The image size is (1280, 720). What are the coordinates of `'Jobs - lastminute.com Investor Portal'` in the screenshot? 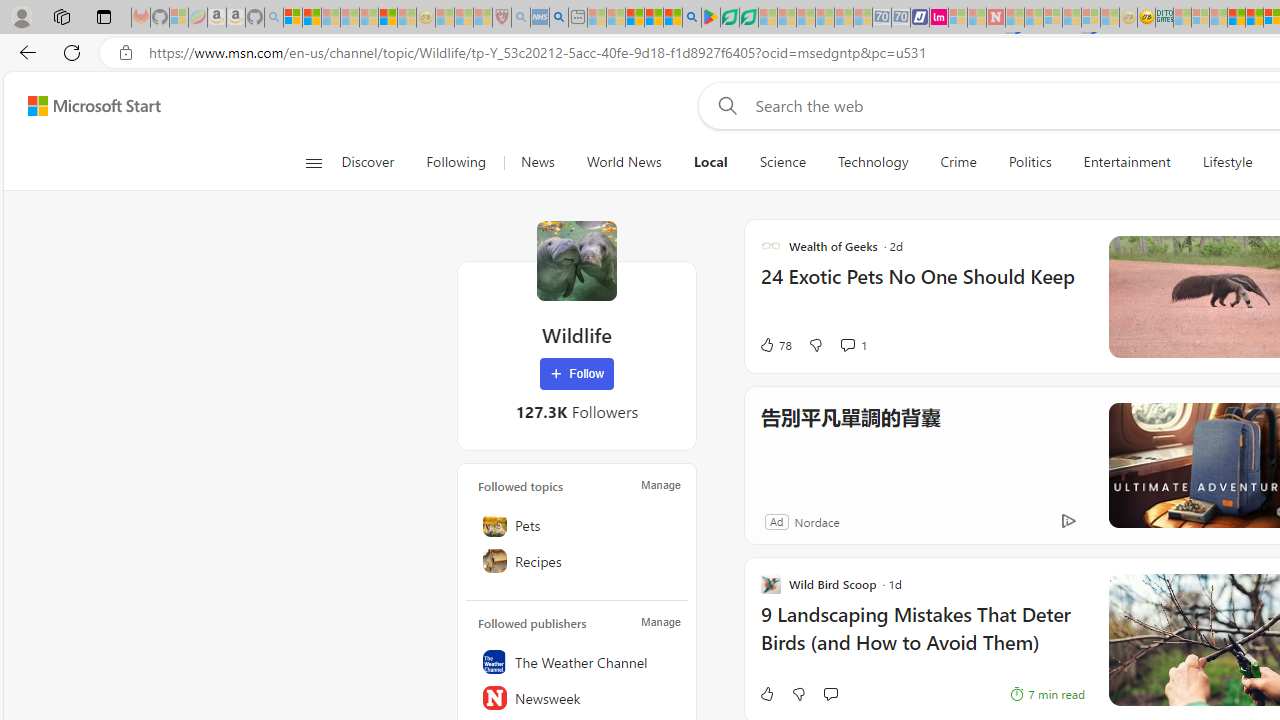 It's located at (938, 17).